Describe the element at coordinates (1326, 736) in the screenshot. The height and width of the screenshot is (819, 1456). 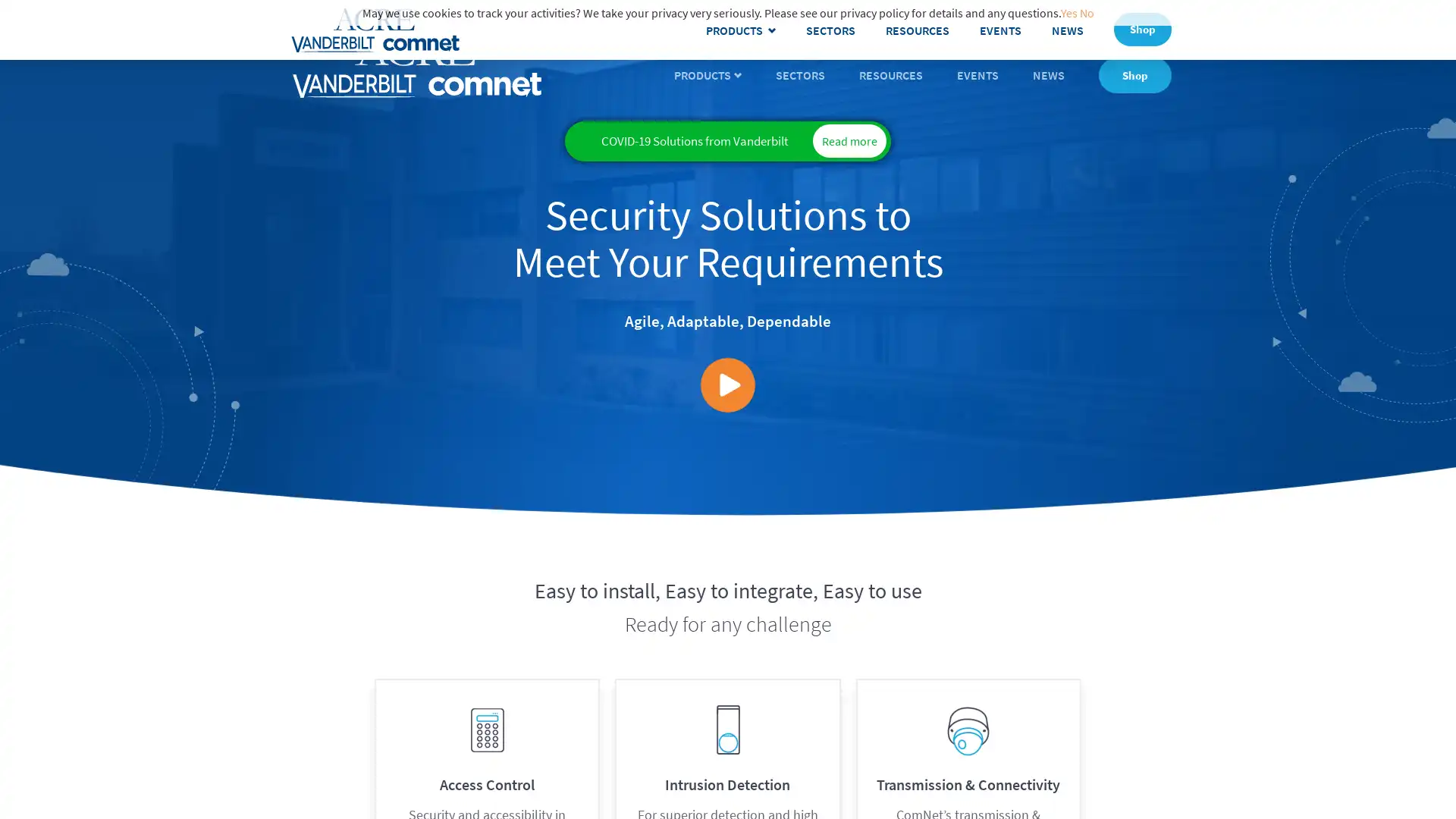
I see `Join the journey!` at that location.